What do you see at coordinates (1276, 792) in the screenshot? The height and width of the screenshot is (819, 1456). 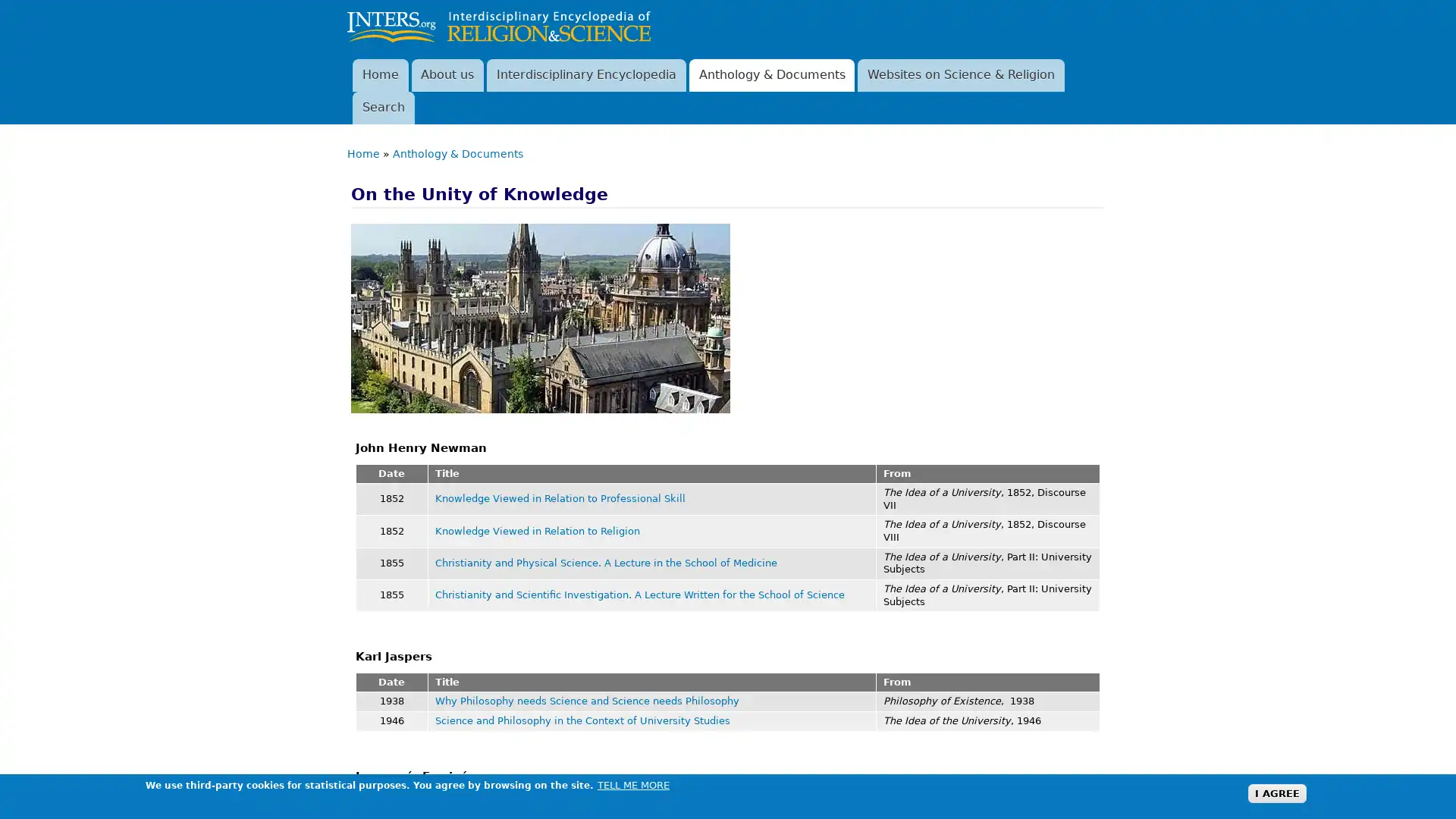 I see `I AGREE` at bounding box center [1276, 792].